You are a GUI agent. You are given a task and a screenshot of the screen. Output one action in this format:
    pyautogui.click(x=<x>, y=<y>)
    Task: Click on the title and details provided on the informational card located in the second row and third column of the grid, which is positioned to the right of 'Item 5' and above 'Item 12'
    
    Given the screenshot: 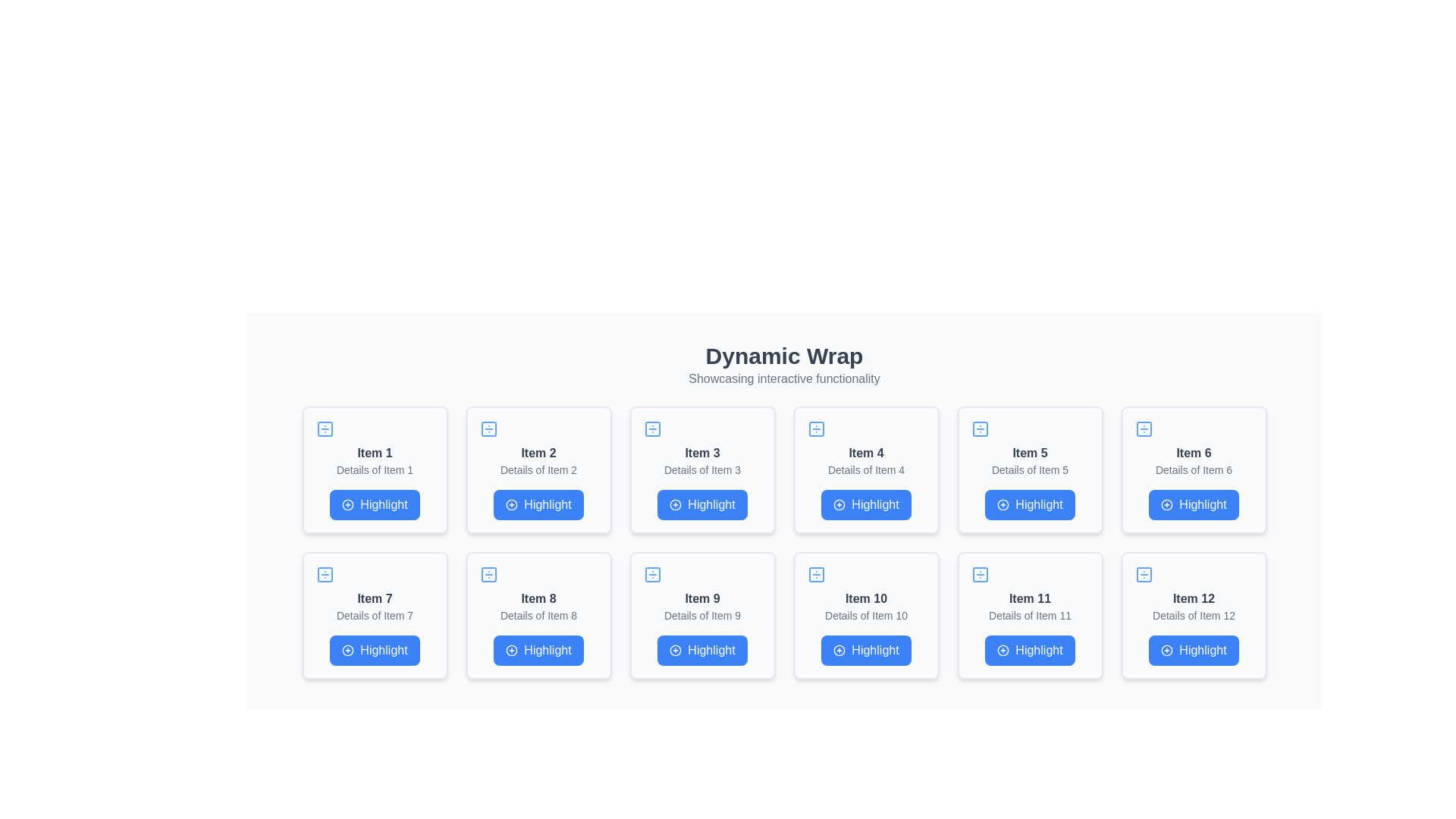 What is the action you would take?
    pyautogui.click(x=1193, y=469)
    